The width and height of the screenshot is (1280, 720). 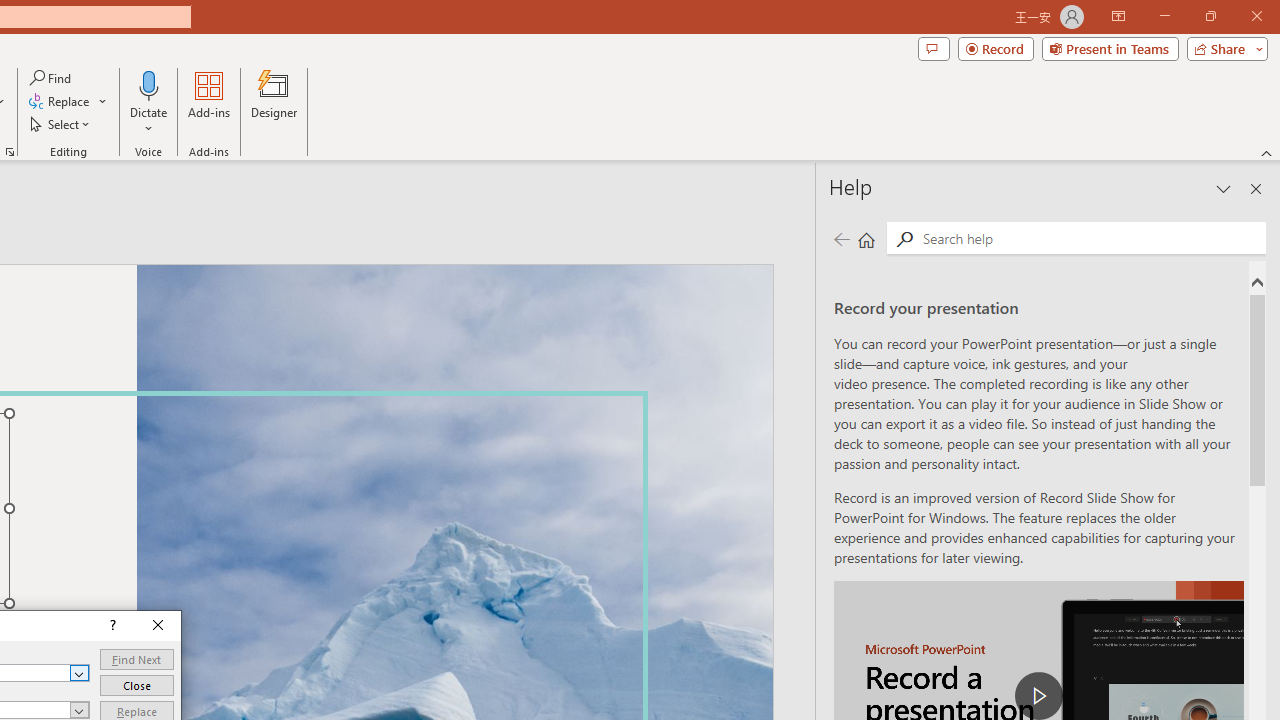 I want to click on 'Context help', so click(x=110, y=625).